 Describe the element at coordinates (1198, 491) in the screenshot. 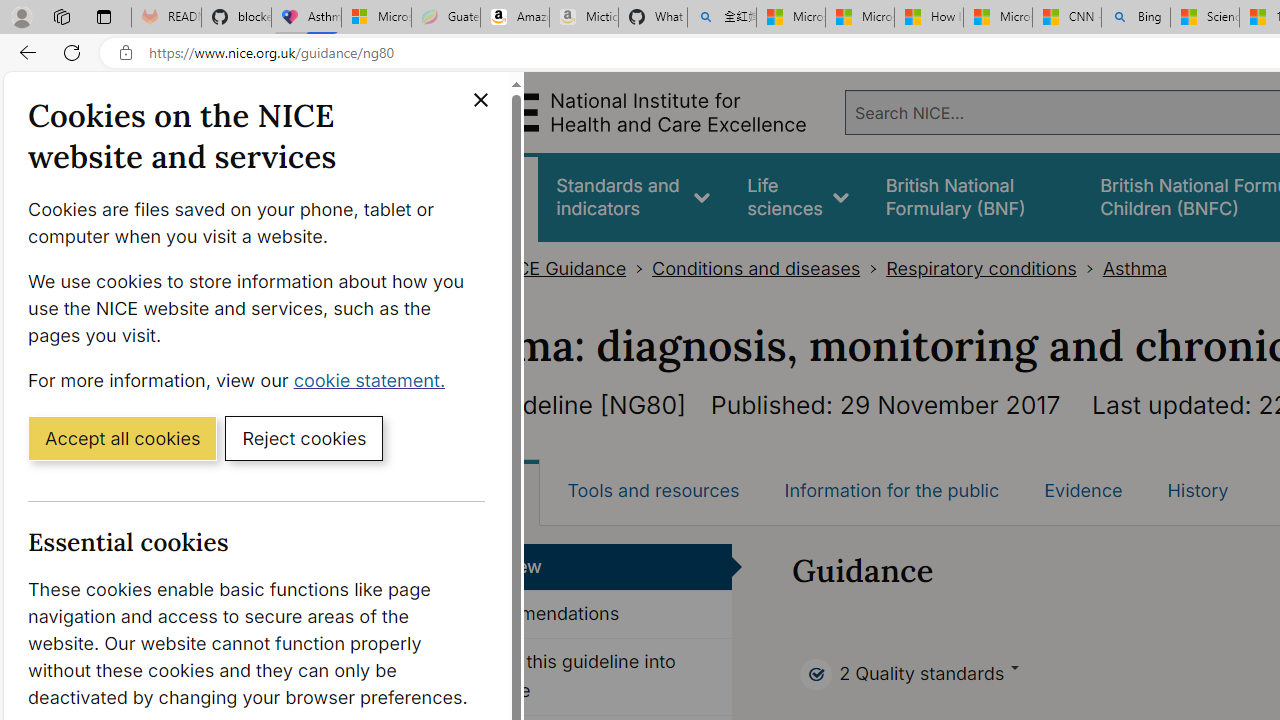

I see `'History'` at that location.